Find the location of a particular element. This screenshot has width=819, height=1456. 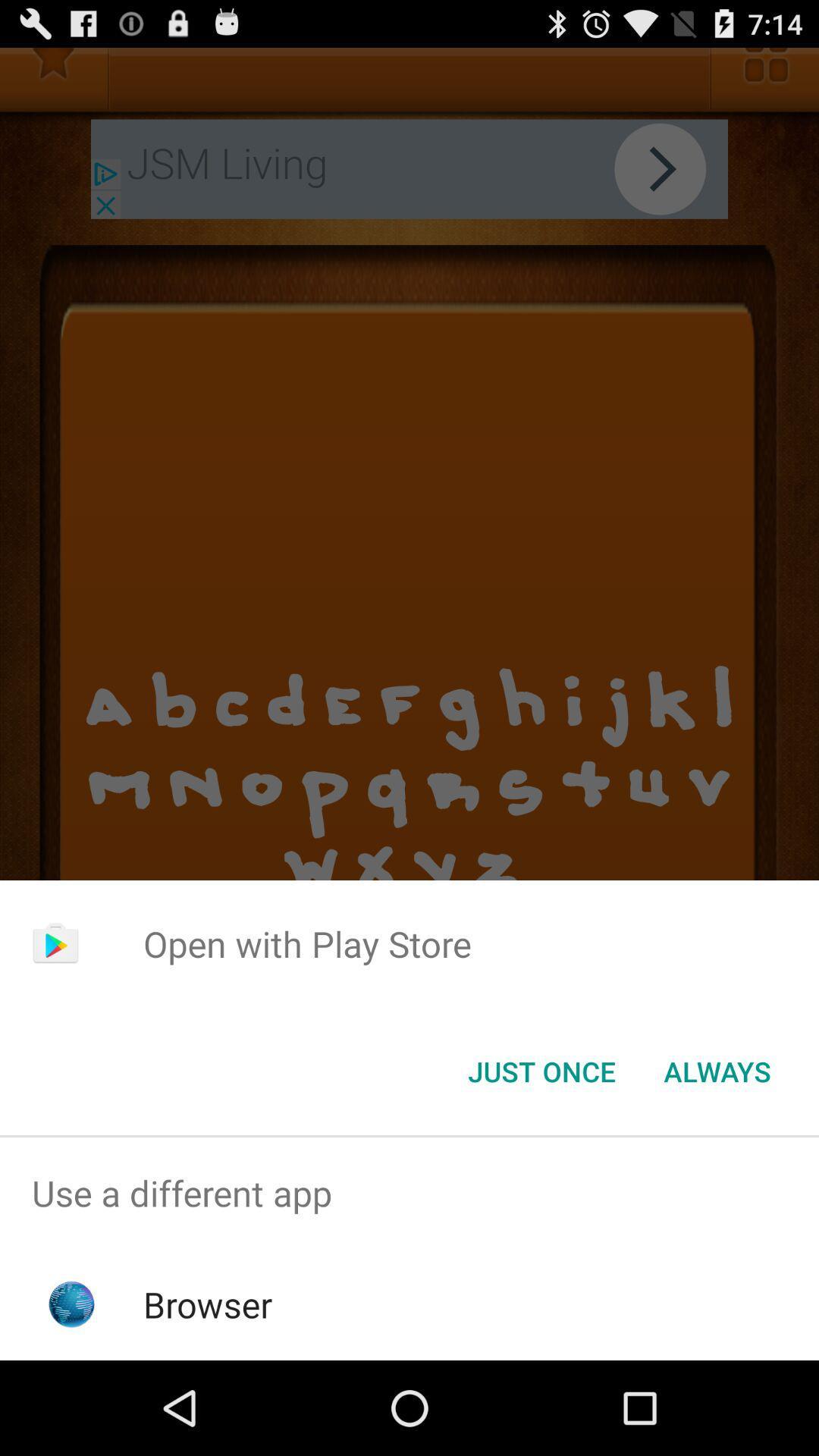

icon below open with play is located at coordinates (541, 1070).